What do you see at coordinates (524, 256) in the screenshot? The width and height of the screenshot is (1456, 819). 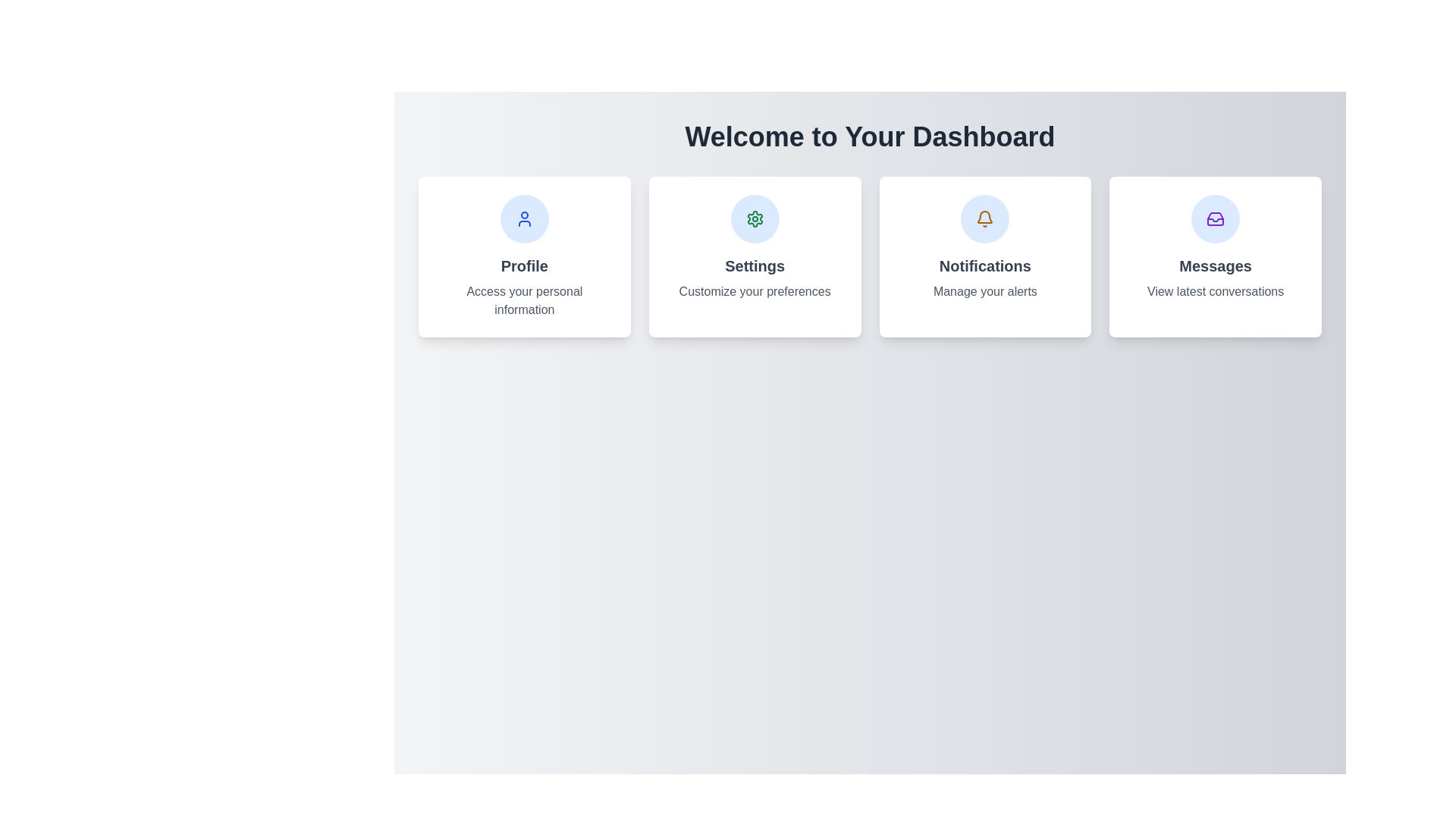 I see `the first informational card displaying personal profile information, located in the top-left of the layout` at bounding box center [524, 256].